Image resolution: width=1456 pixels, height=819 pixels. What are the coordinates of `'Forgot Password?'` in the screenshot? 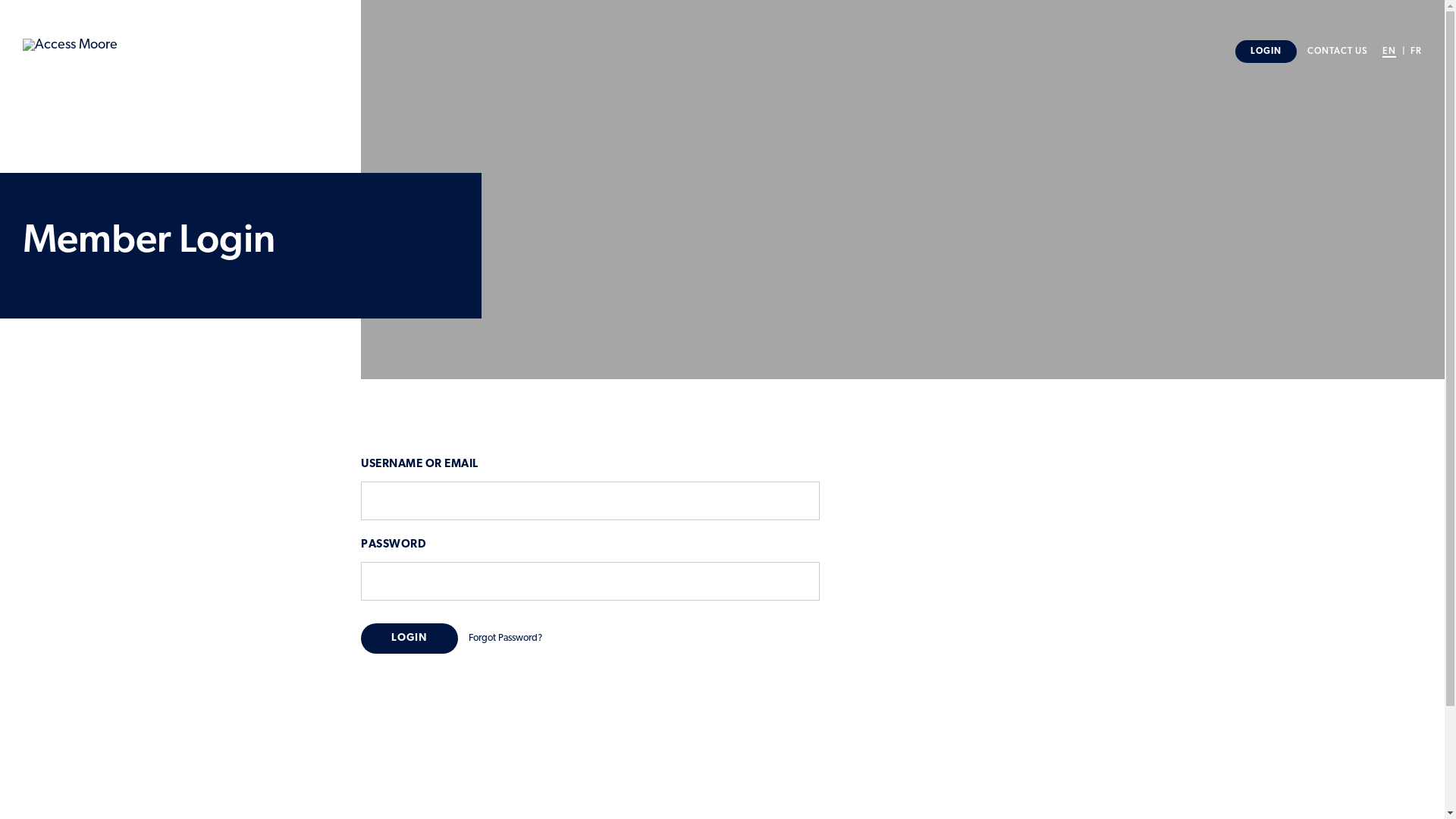 It's located at (505, 638).